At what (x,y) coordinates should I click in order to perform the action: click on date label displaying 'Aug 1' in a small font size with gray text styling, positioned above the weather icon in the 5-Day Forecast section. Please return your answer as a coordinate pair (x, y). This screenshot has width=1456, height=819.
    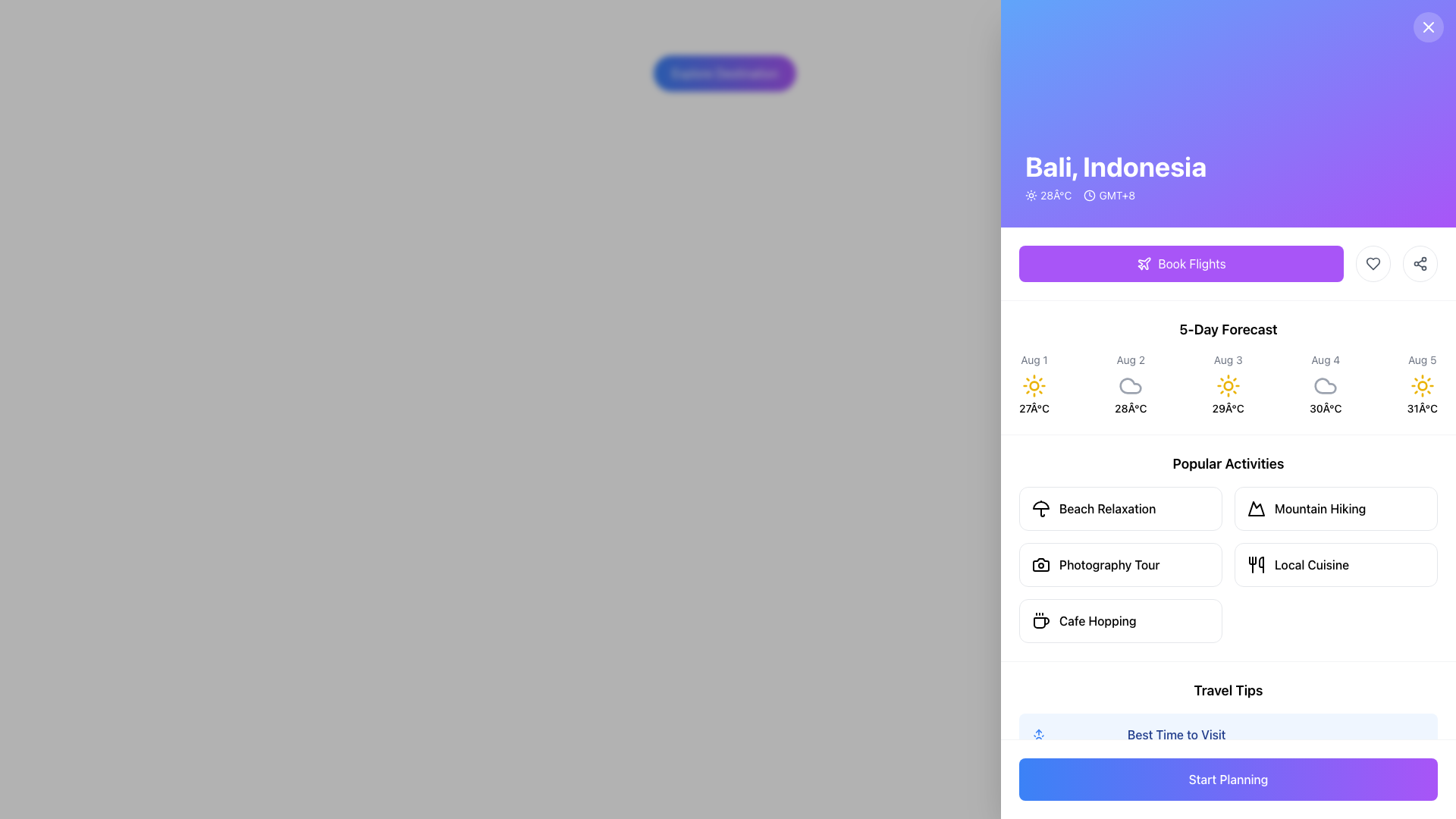
    Looking at the image, I should click on (1033, 359).